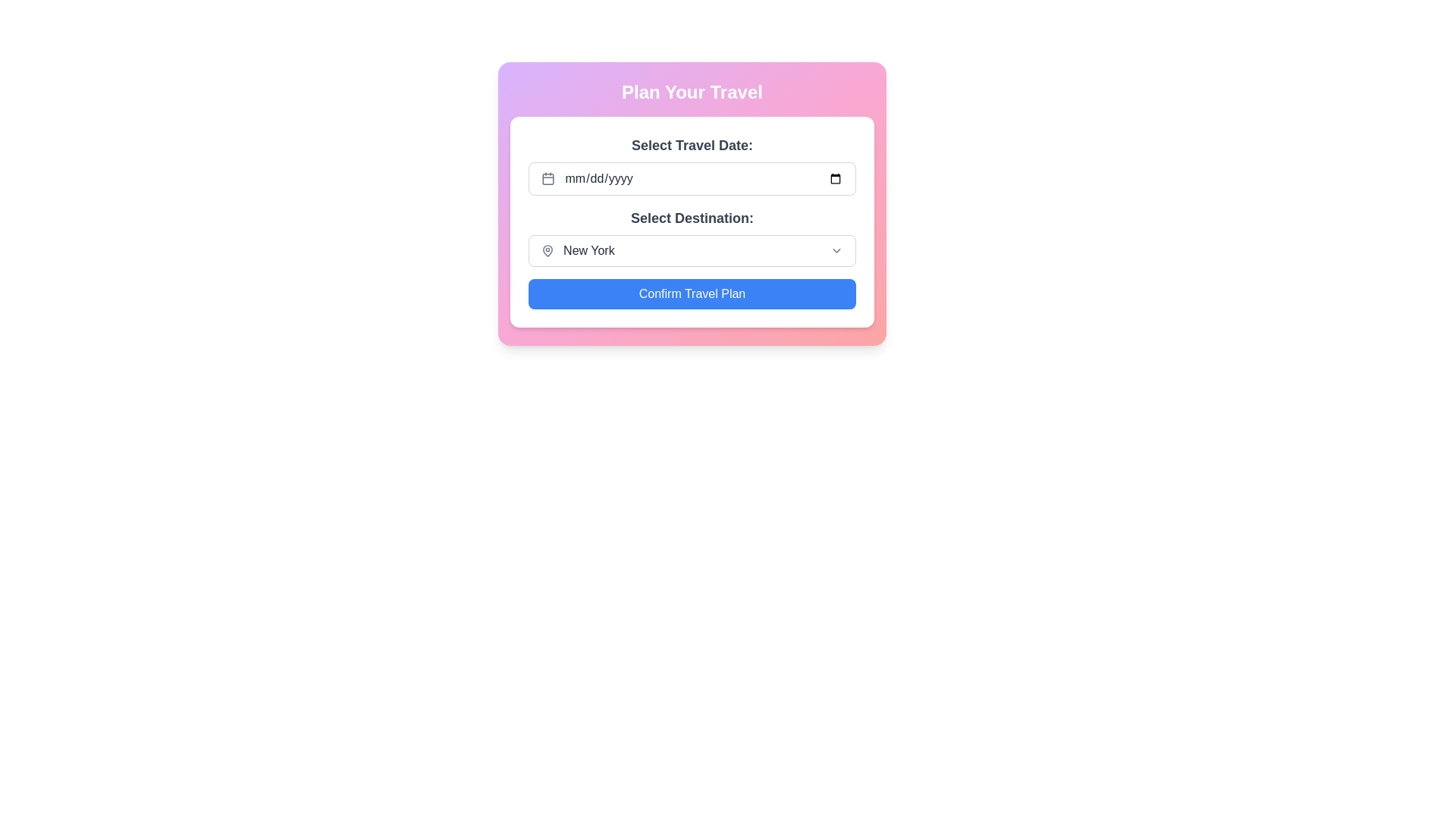 The width and height of the screenshot is (1456, 819). What do you see at coordinates (836, 250) in the screenshot?
I see `the downward-facing chevron icon located to the right of the 'New York' text field` at bounding box center [836, 250].